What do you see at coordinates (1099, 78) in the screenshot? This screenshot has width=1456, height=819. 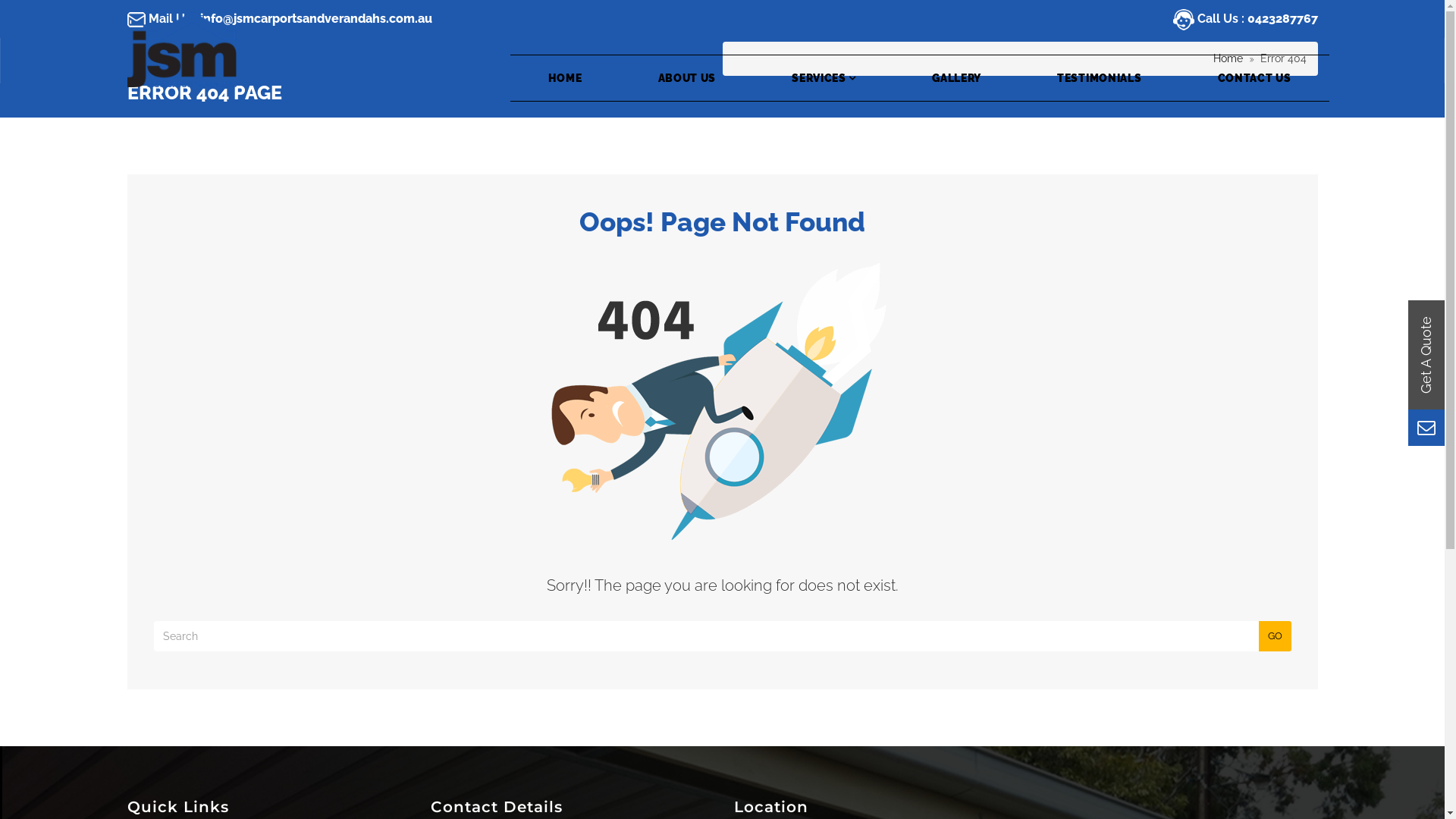 I see `'TESTIMONIALS'` at bounding box center [1099, 78].